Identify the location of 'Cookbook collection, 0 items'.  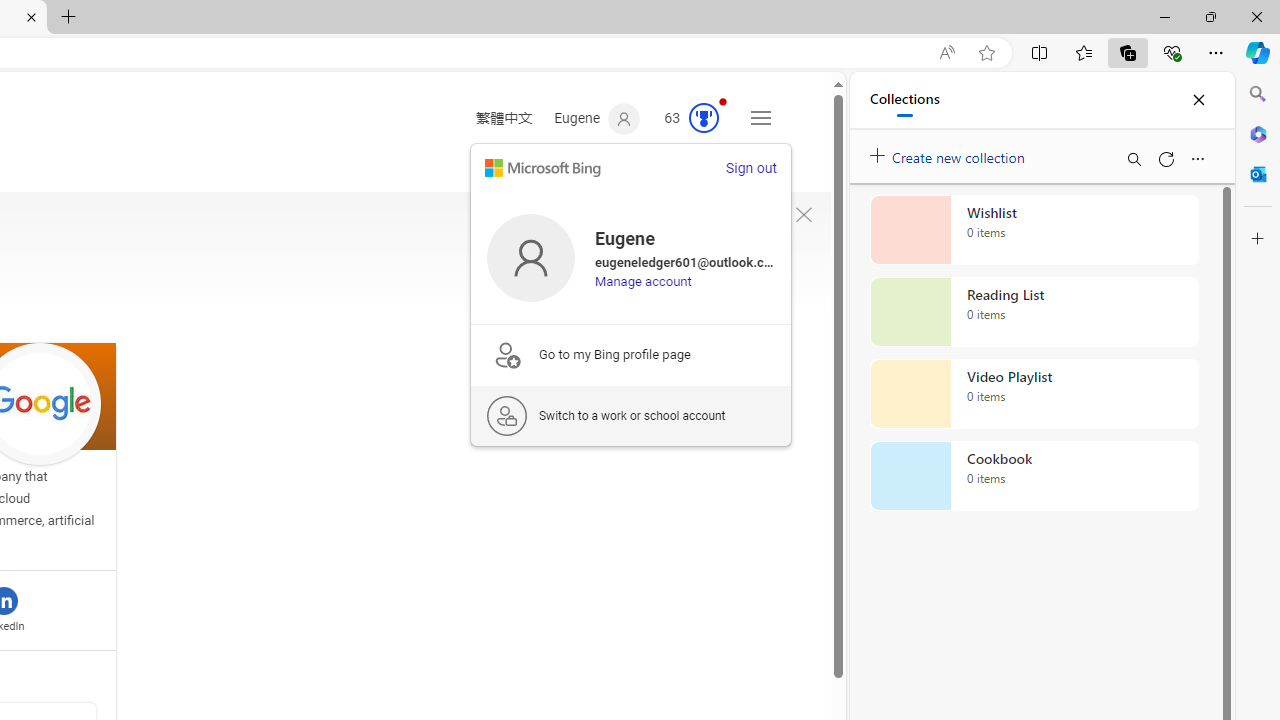
(1034, 475).